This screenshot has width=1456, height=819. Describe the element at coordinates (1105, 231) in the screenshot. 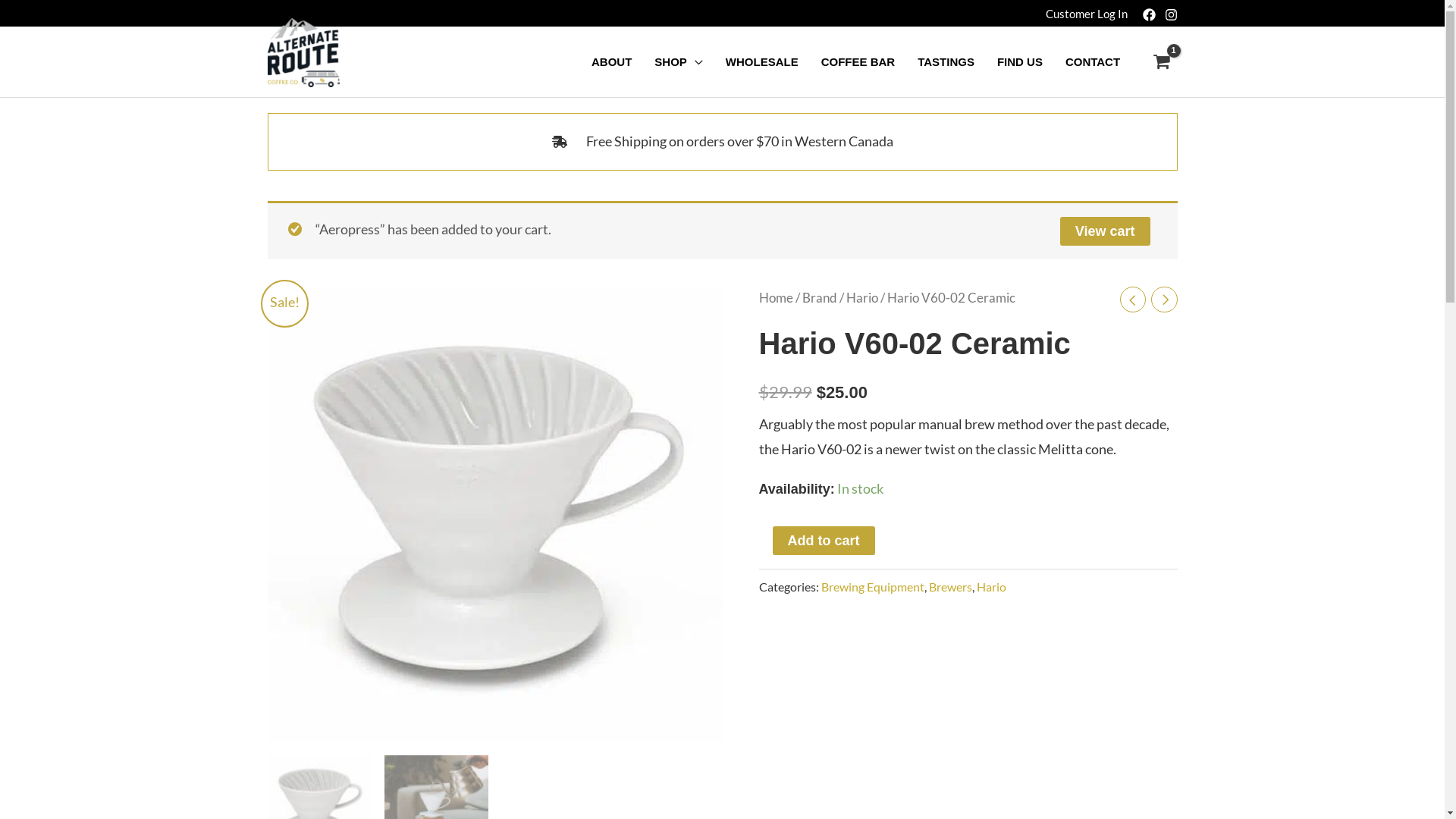

I see `'View cart'` at that location.